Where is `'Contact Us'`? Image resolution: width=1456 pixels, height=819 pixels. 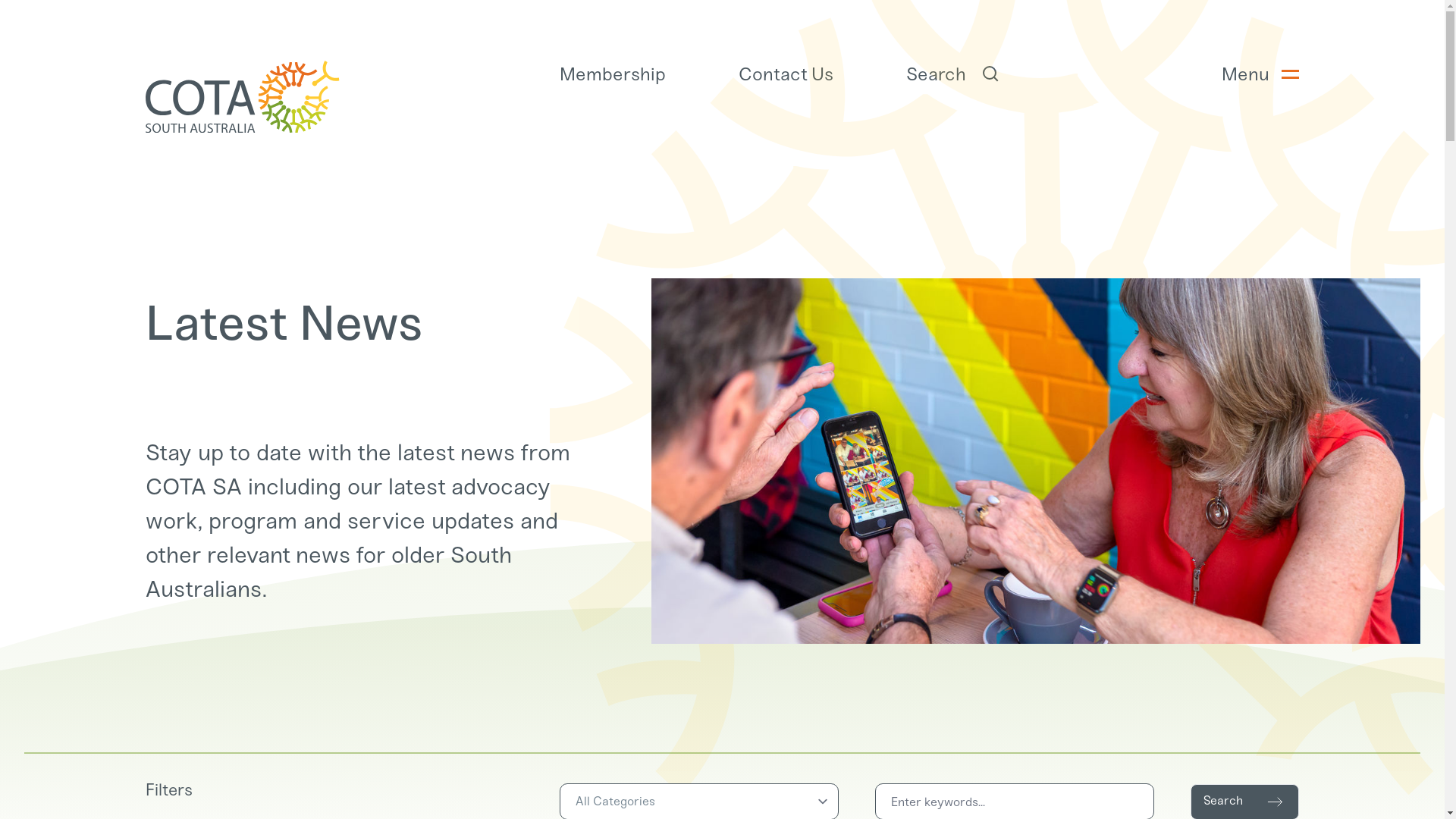 'Contact Us' is located at coordinates (739, 74).